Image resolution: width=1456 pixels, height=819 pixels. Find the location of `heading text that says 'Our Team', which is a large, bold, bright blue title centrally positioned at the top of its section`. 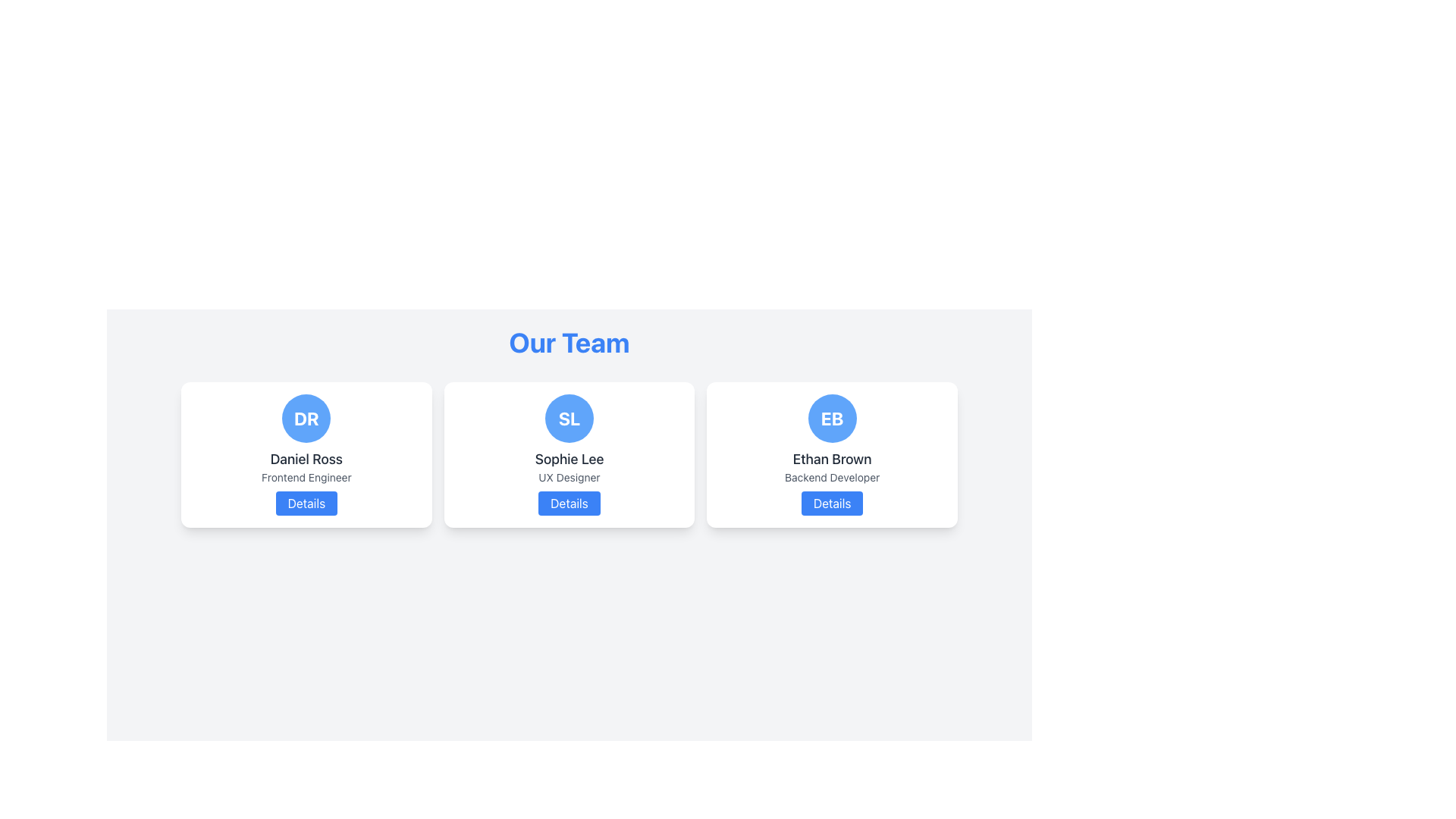

heading text that says 'Our Team', which is a large, bold, bright blue title centrally positioned at the top of its section is located at coordinates (568, 342).